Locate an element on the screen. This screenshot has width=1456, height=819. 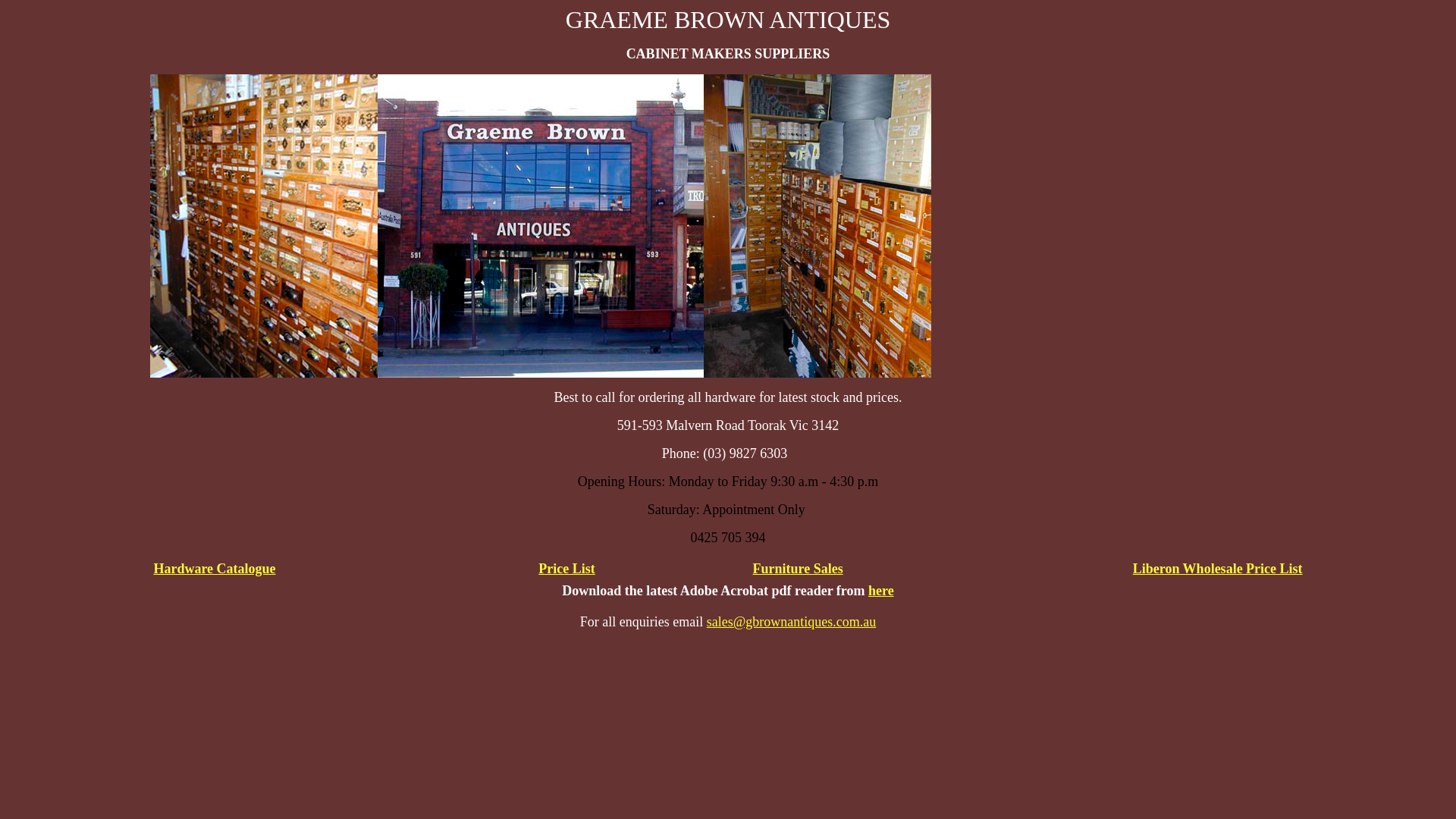
'Hardware Catalogue' is located at coordinates (213, 568).